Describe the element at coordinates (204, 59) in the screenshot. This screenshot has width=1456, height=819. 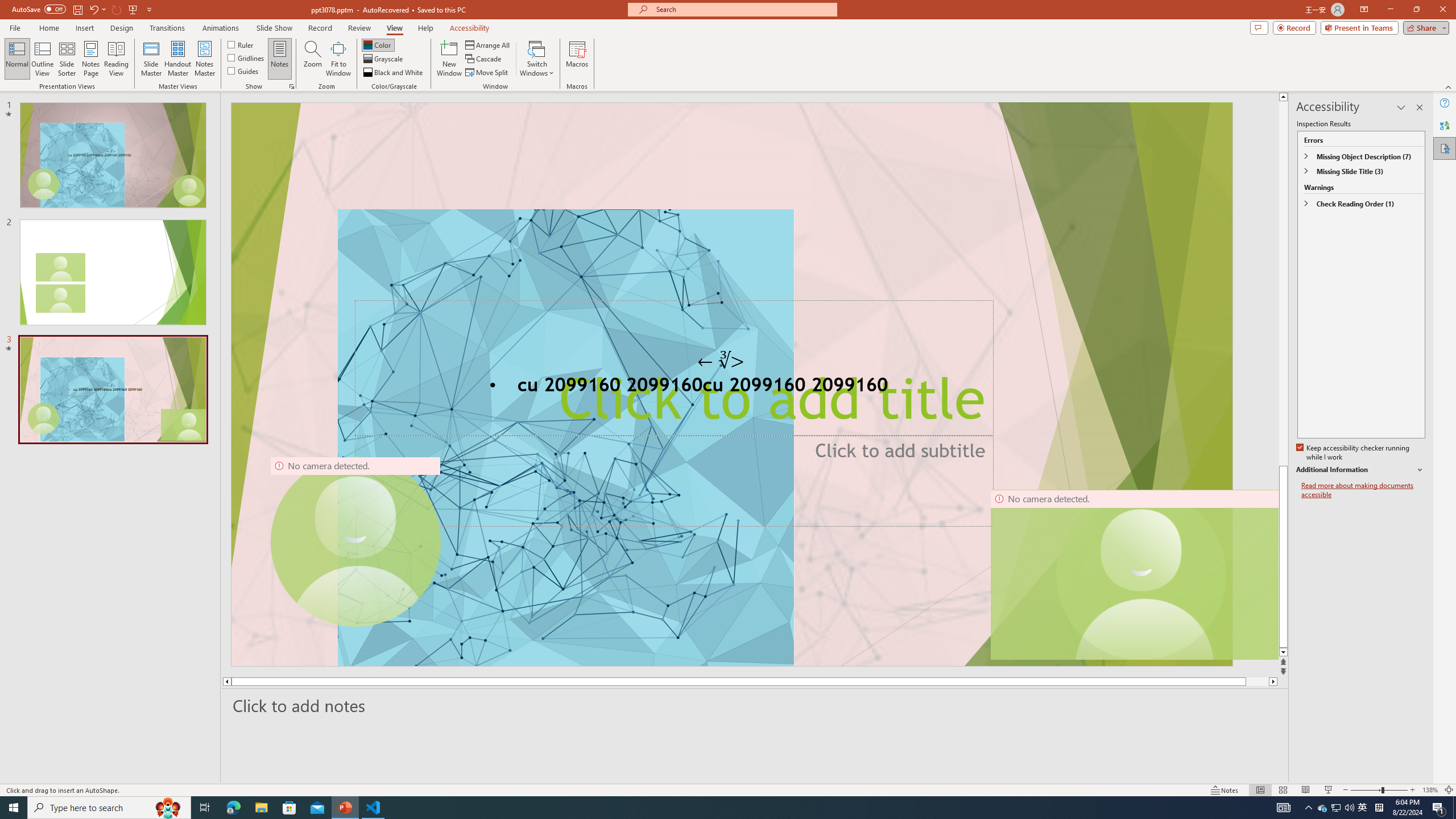
I see `'Notes Master'` at that location.